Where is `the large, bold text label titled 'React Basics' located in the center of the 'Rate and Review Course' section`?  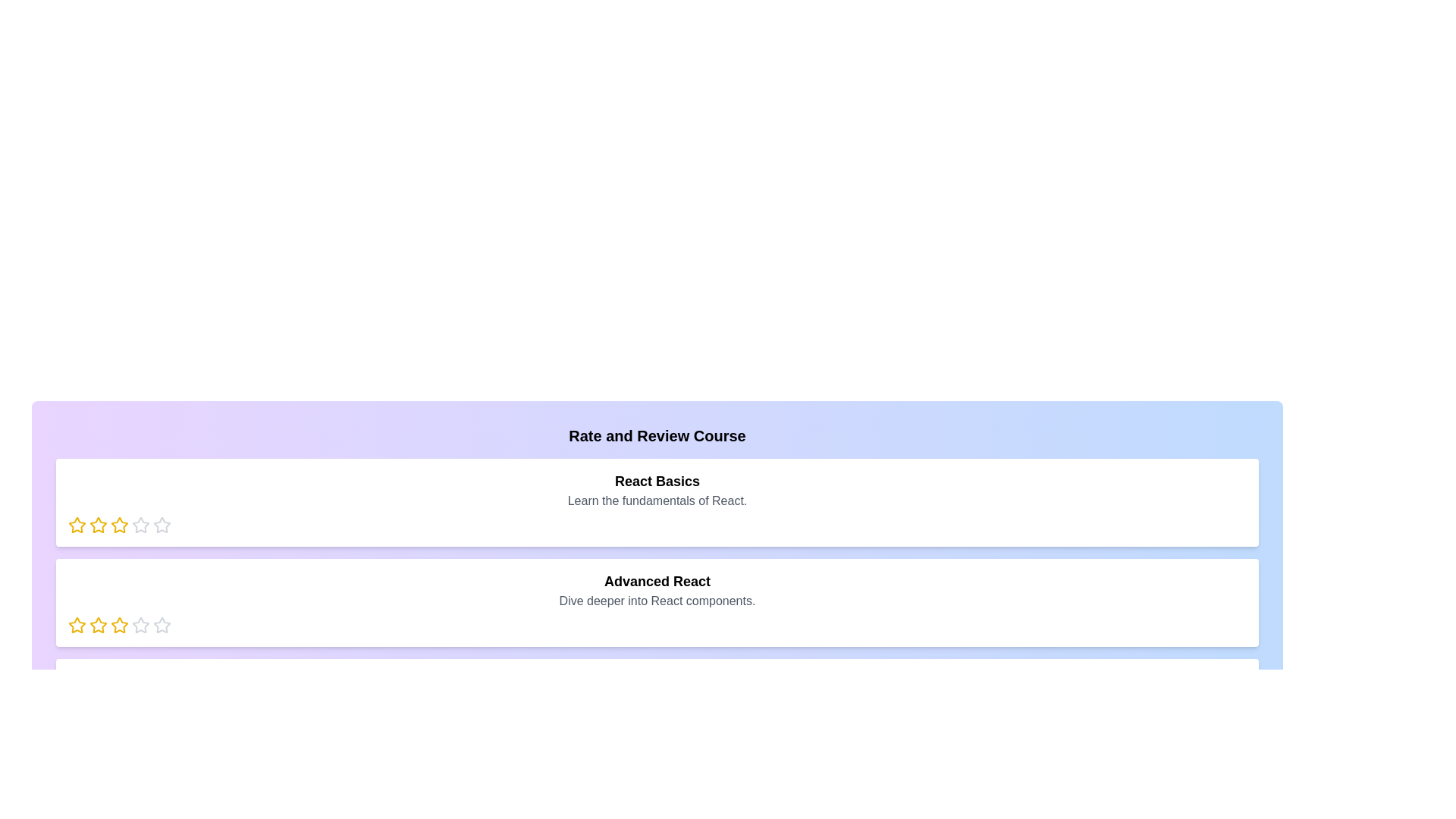 the large, bold text label titled 'React Basics' located in the center of the 'Rate and Review Course' section is located at coordinates (657, 482).